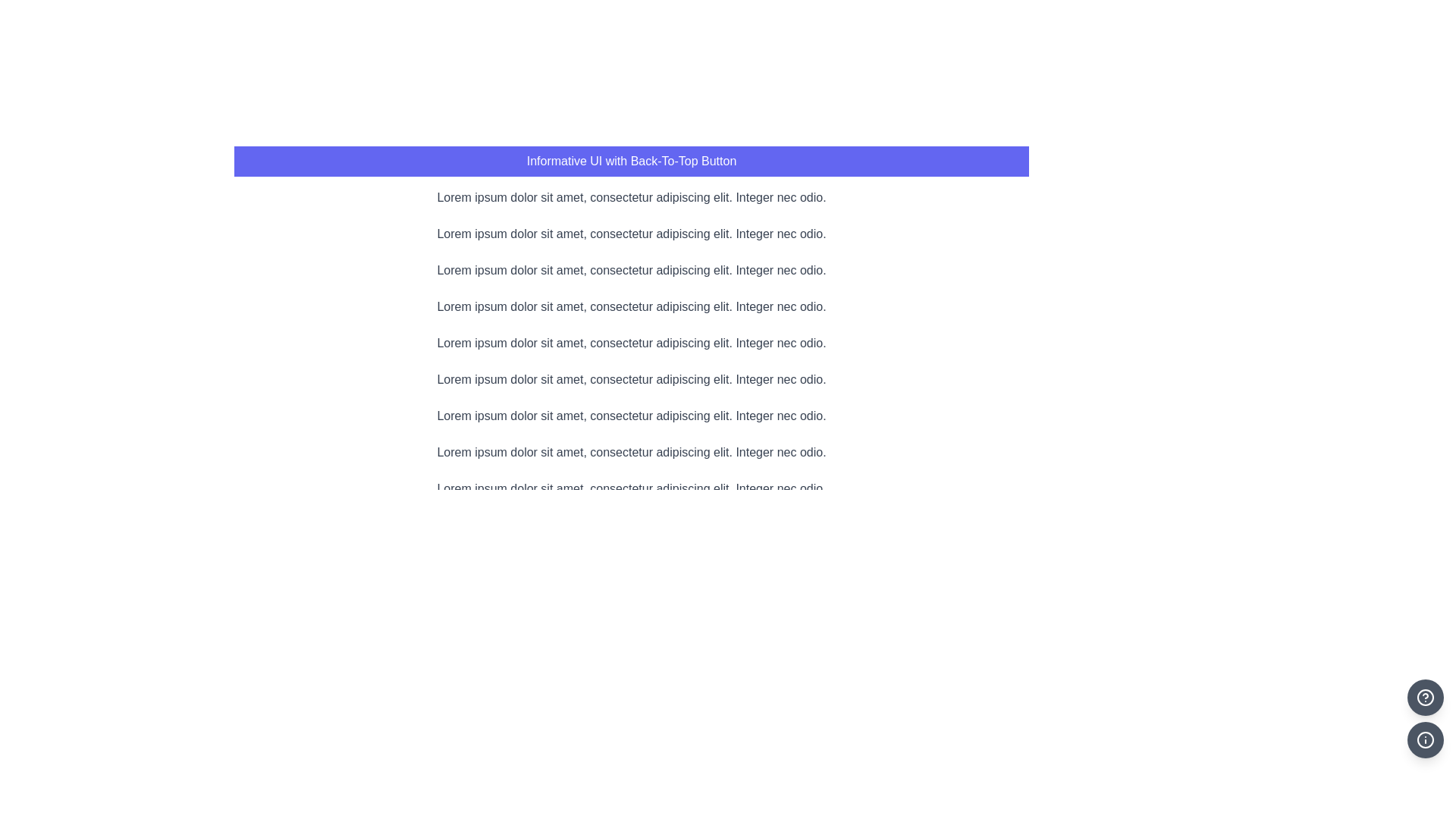 This screenshot has width=1456, height=819. Describe the element at coordinates (632, 270) in the screenshot. I see `third line of text reading 'Lorem ipsum dolor sit amet, consectetur adipiscing elit. Integer nec odio.' styled in gray font on a white background` at that location.